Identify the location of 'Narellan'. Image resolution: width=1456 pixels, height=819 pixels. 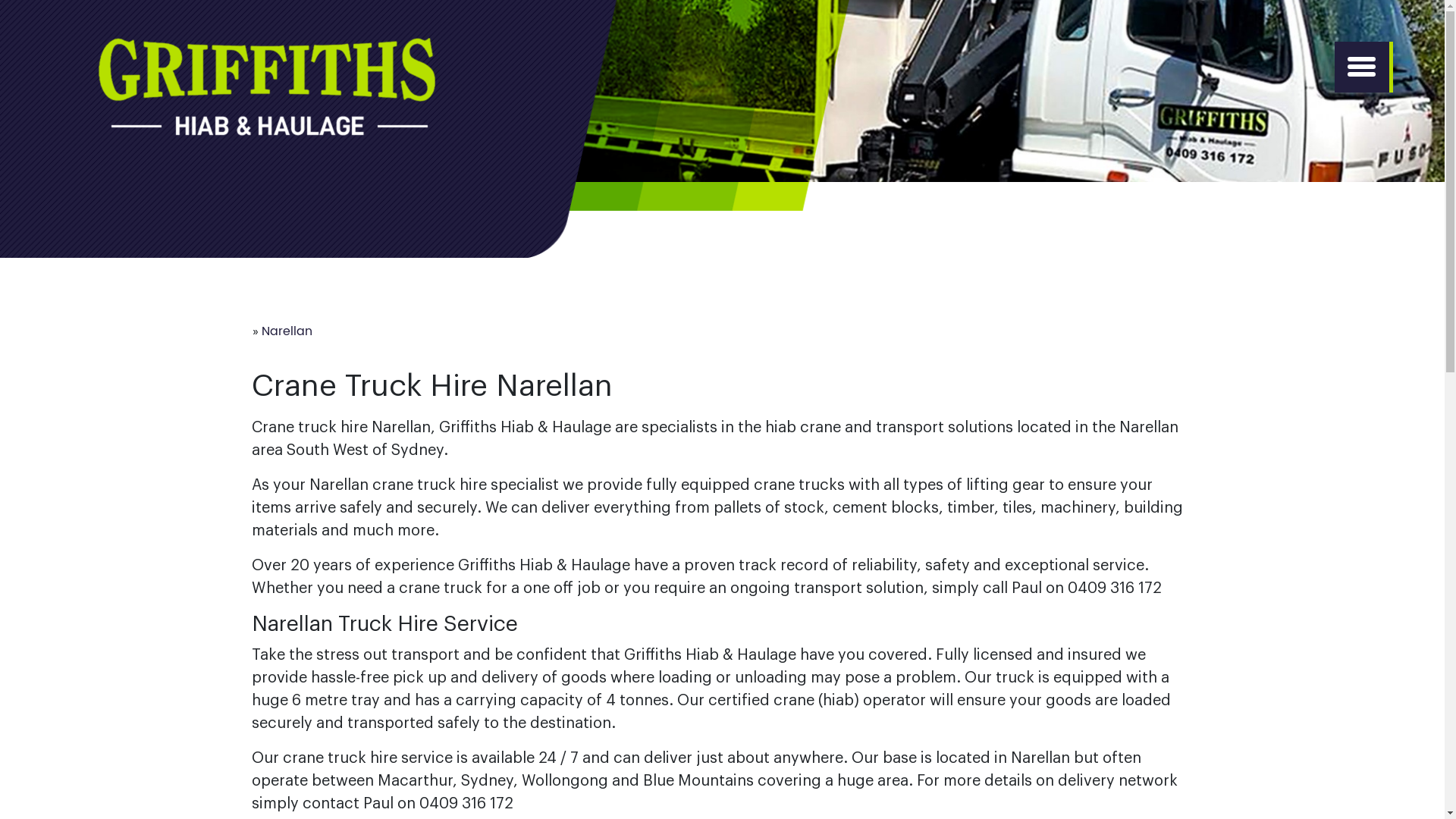
(287, 330).